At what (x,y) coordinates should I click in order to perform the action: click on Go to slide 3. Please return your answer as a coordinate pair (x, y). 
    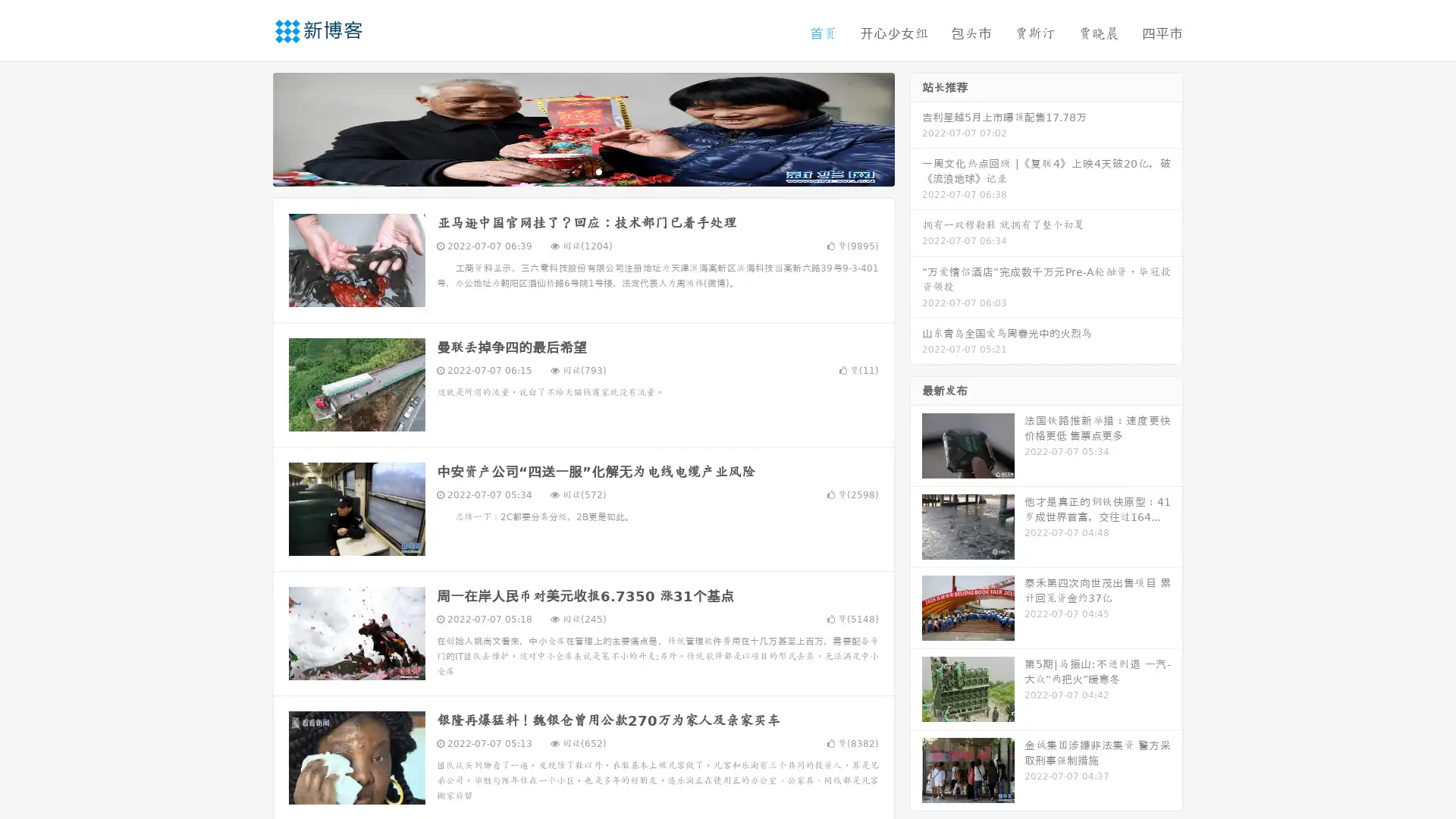
    Looking at the image, I should click on (598, 171).